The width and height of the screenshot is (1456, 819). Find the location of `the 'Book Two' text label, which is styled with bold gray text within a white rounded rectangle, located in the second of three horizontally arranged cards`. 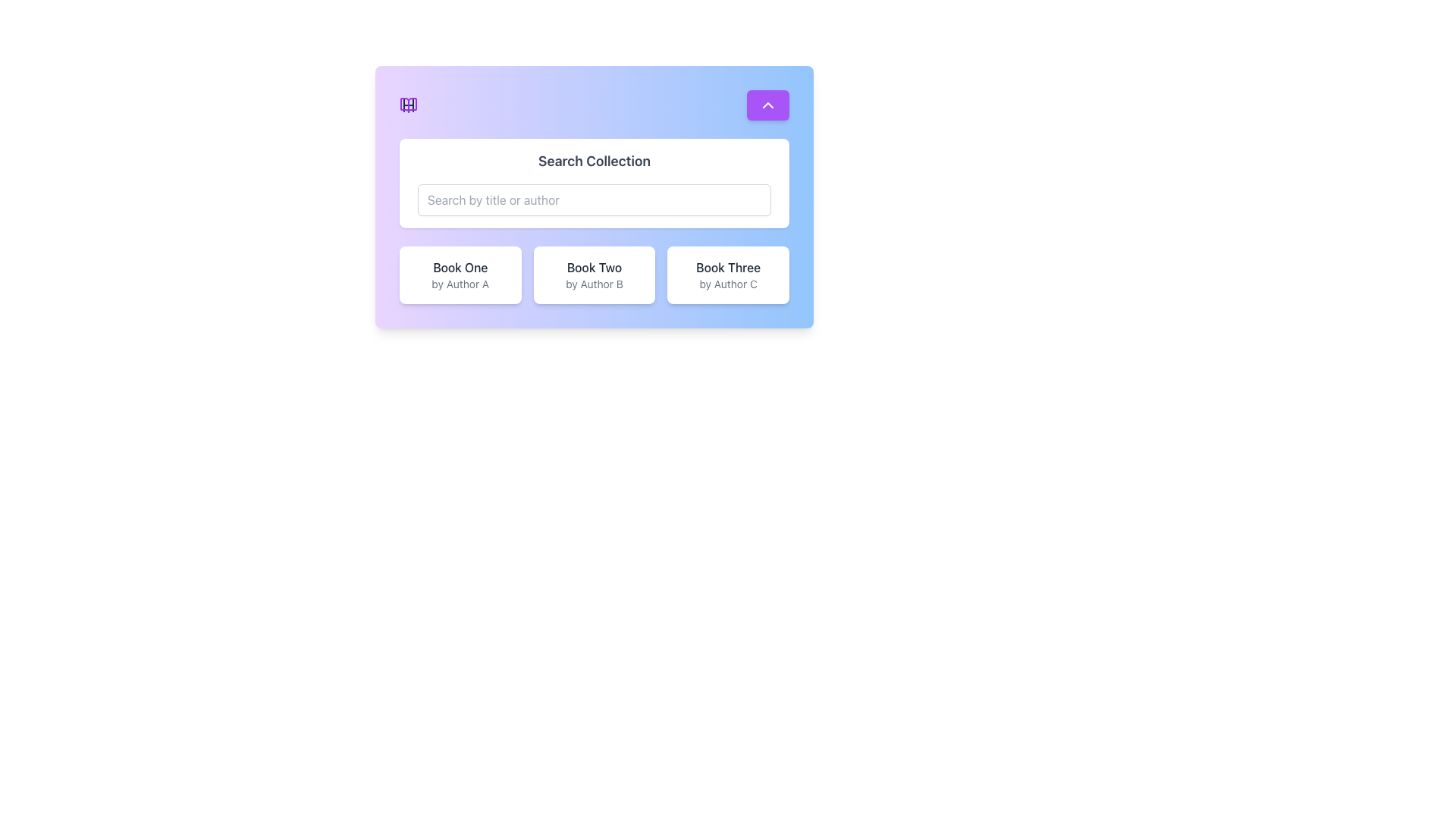

the 'Book Two' text label, which is styled with bold gray text within a white rounded rectangle, located in the second of three horizontally arranged cards is located at coordinates (593, 267).